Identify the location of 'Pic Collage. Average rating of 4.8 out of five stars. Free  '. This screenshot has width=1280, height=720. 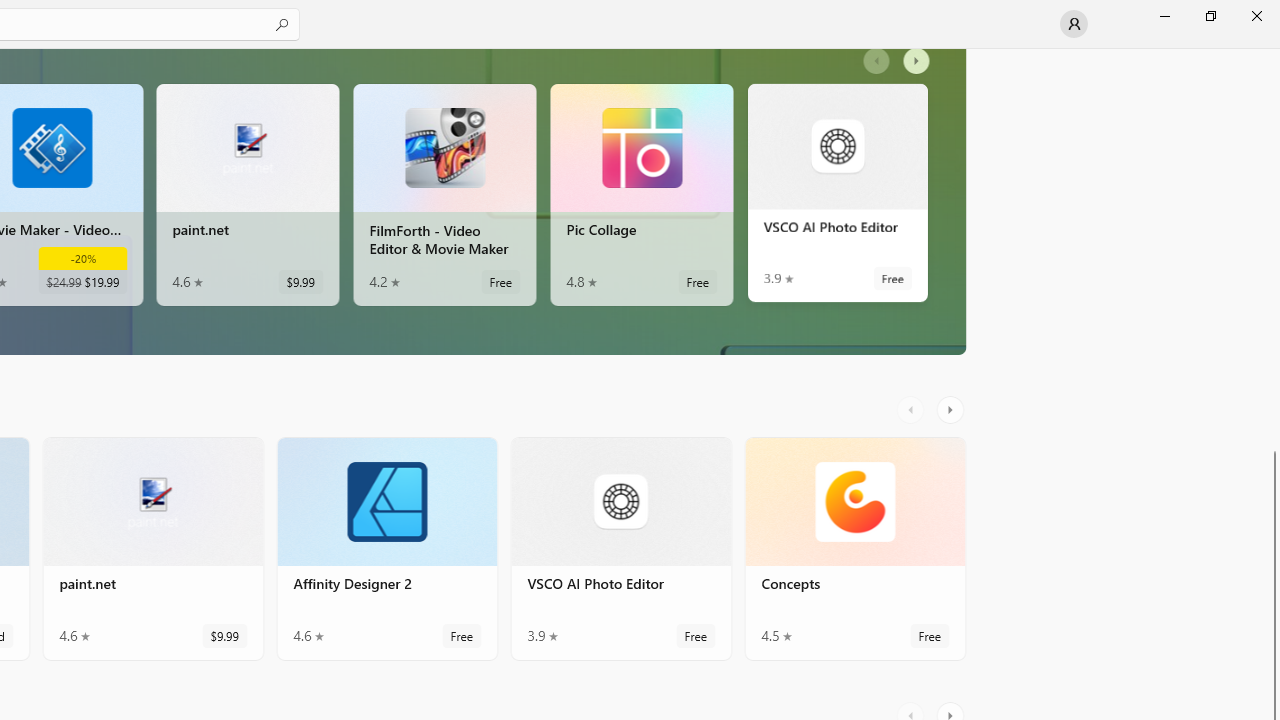
(641, 194).